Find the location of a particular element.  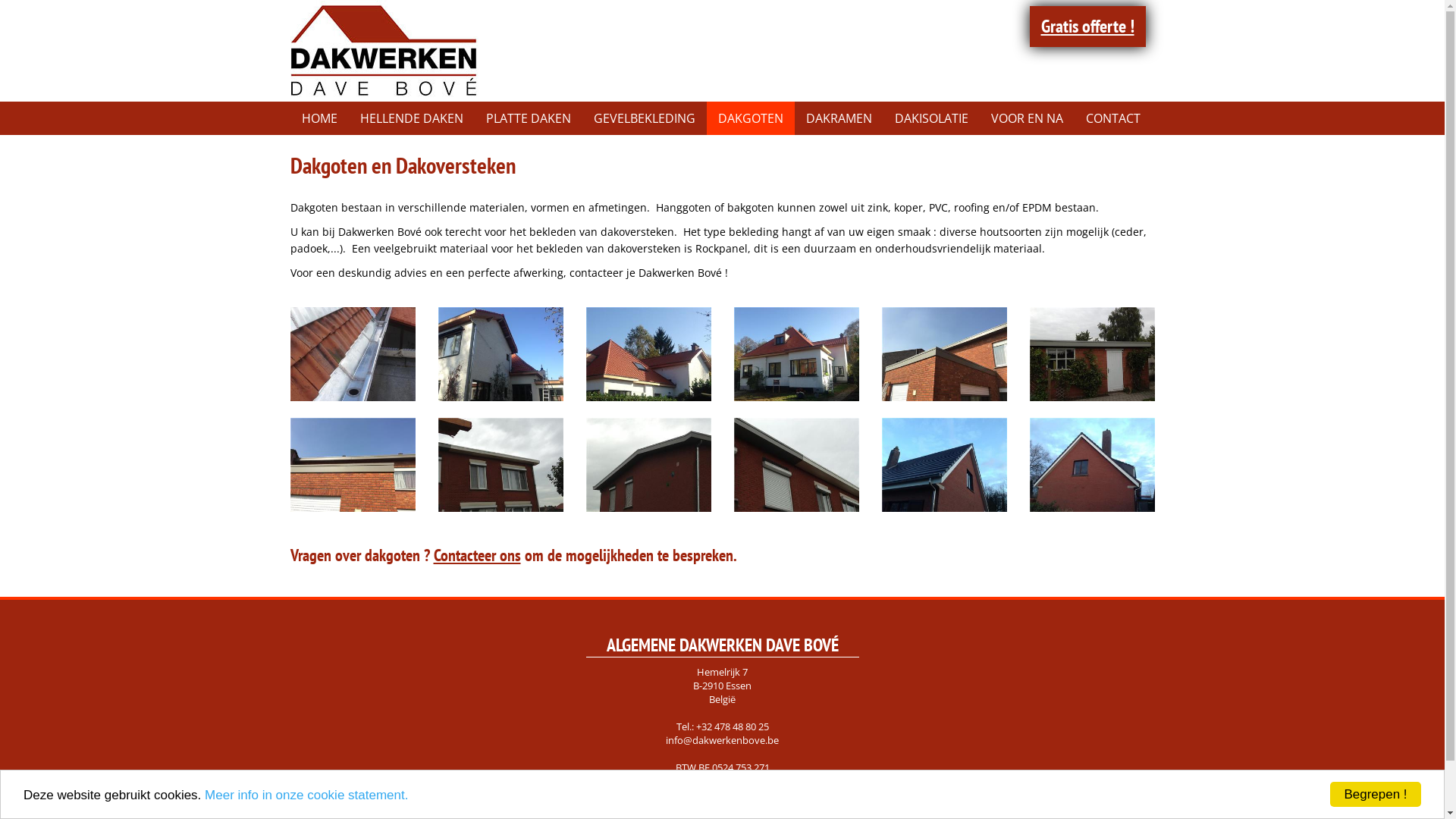

'DAKISOLATIE' is located at coordinates (930, 117).